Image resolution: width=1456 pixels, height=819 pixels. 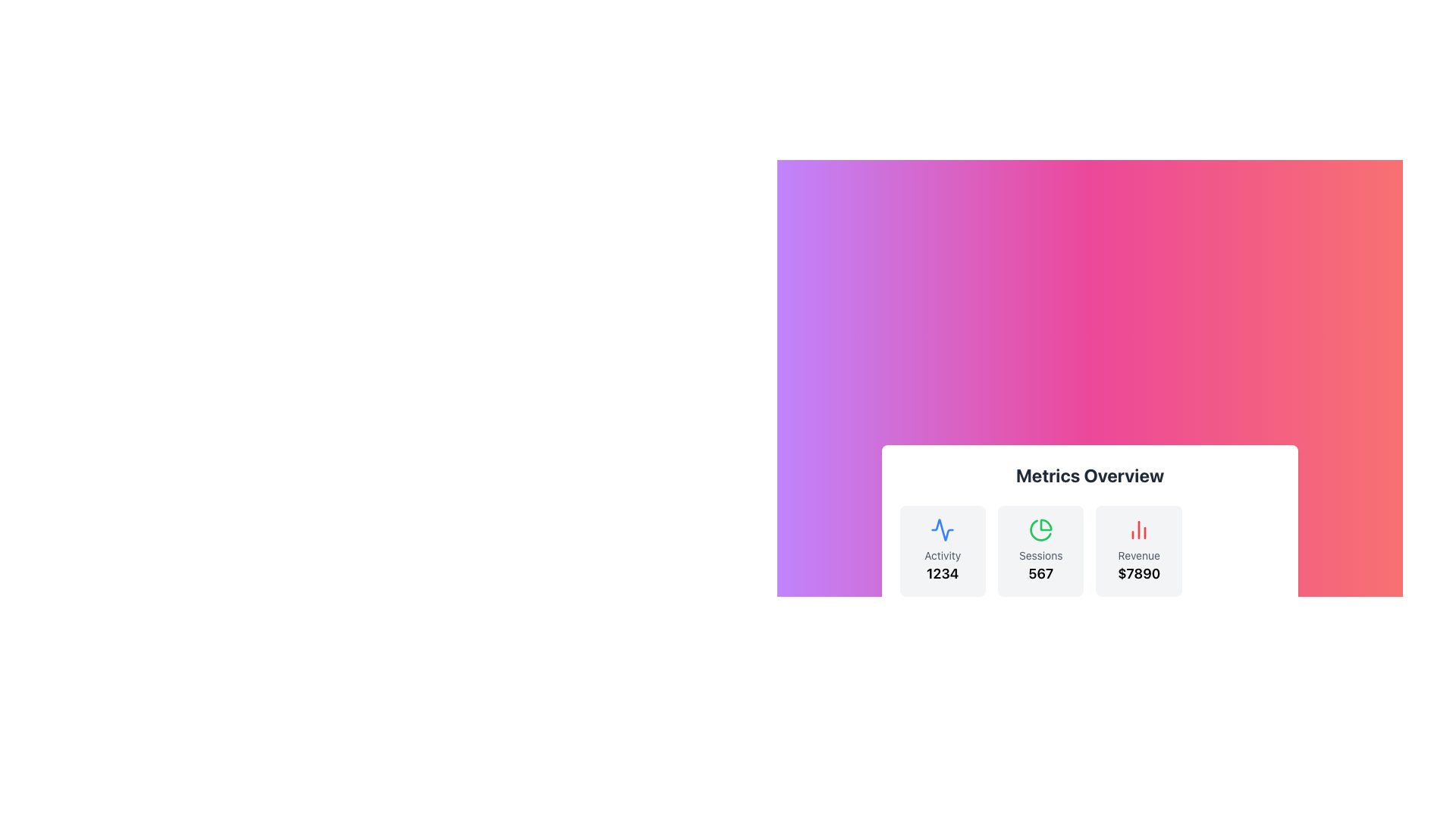 What do you see at coordinates (1089, 475) in the screenshot?
I see `the 'Metrics Overview' text label, which is prominently displayed in bold and large font at the top of a white card on a colorful gradient background` at bounding box center [1089, 475].